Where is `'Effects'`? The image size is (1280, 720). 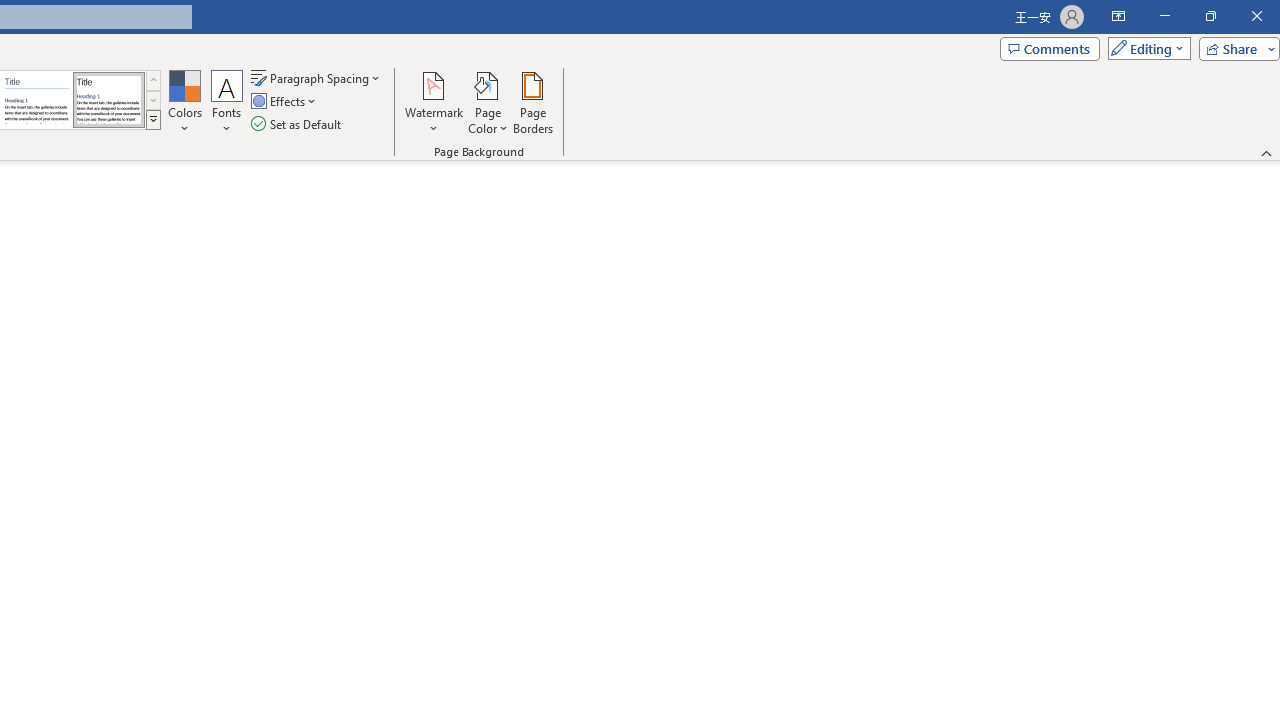 'Effects' is located at coordinates (284, 101).